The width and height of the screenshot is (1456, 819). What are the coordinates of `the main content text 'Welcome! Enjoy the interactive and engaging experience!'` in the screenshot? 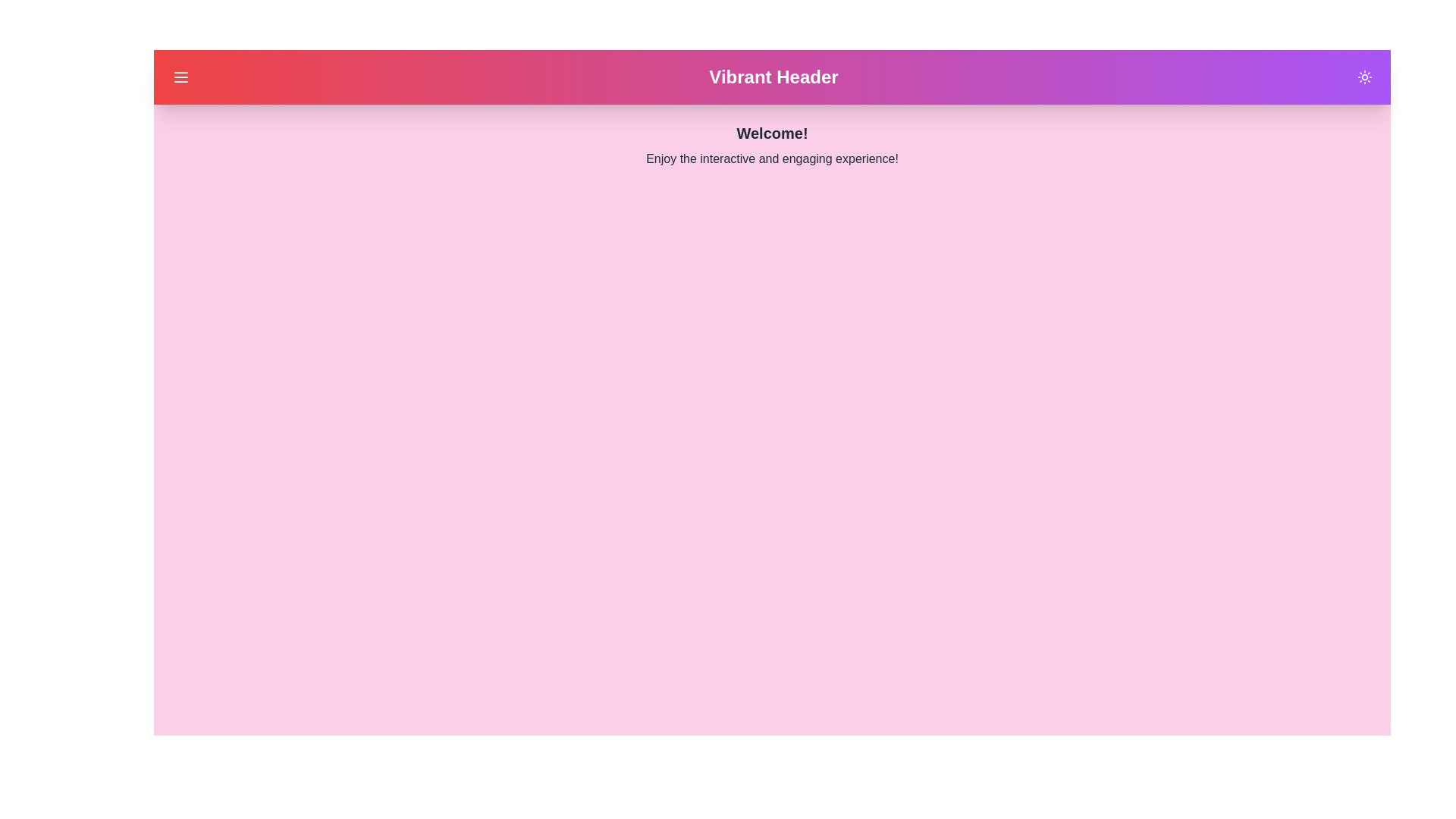 It's located at (772, 146).